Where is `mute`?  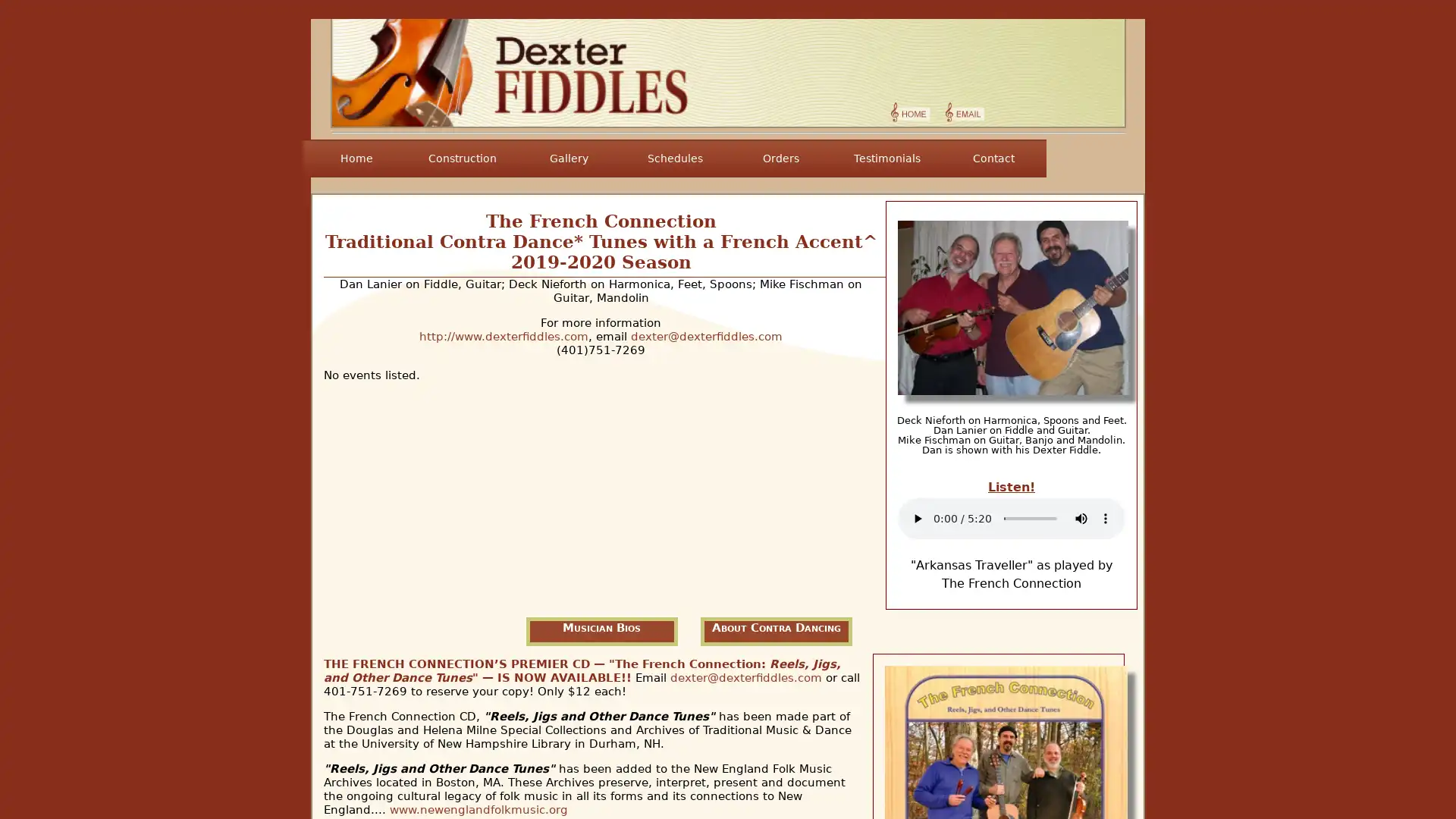
mute is located at coordinates (1080, 516).